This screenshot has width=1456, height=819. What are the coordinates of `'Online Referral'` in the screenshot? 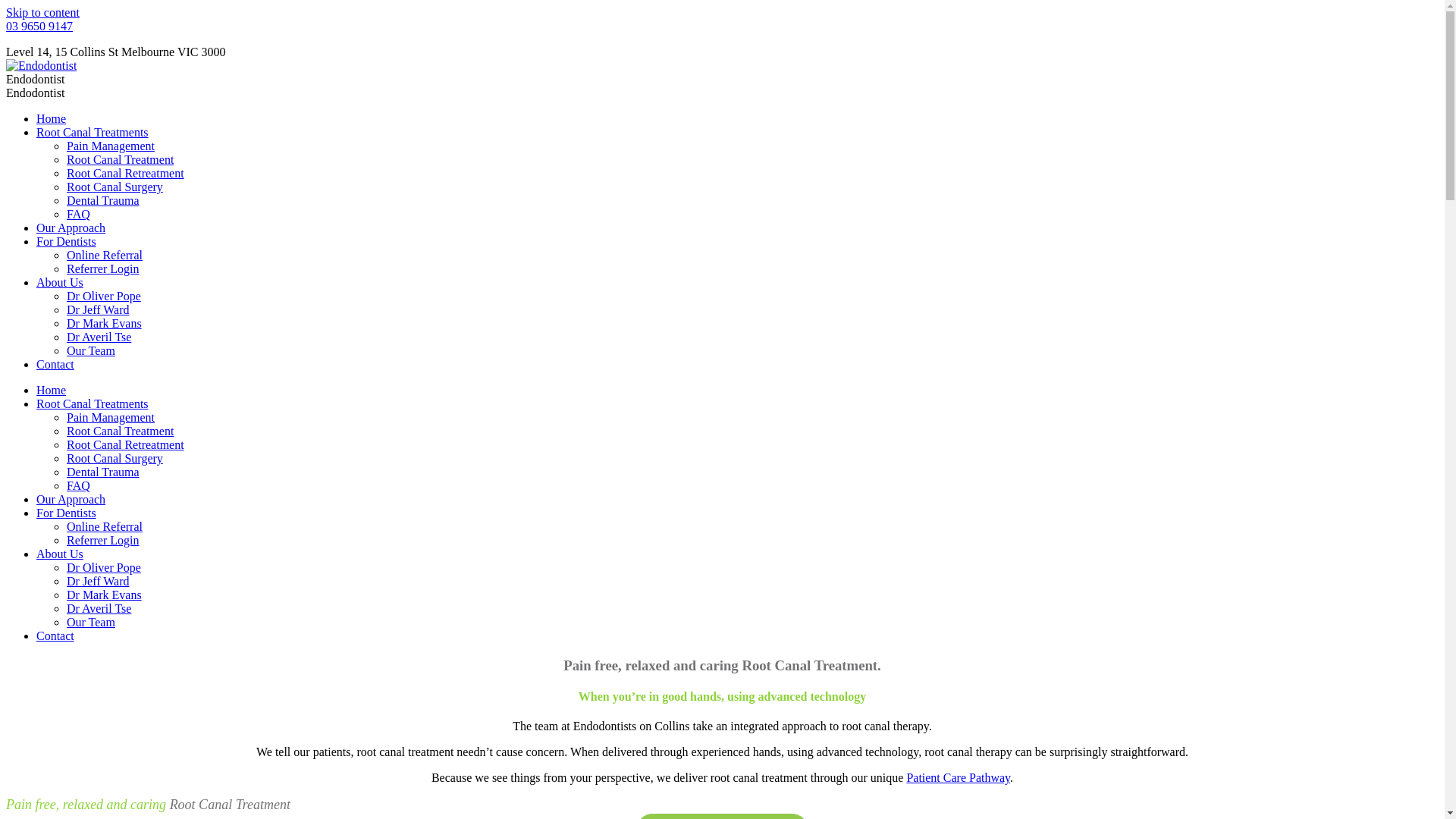 It's located at (104, 526).